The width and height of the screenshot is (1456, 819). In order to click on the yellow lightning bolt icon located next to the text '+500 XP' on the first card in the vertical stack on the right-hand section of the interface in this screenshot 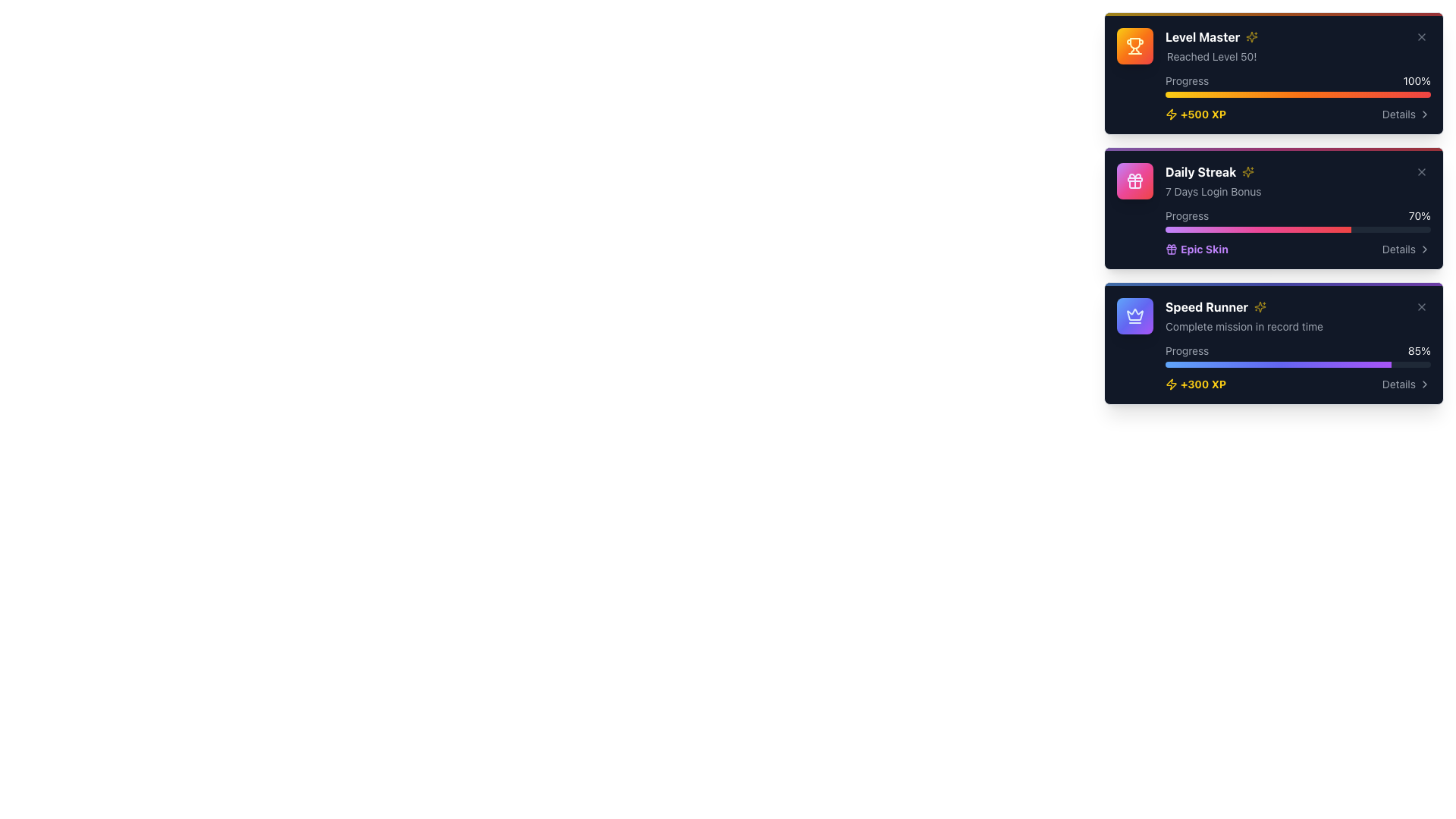, I will do `click(1171, 113)`.